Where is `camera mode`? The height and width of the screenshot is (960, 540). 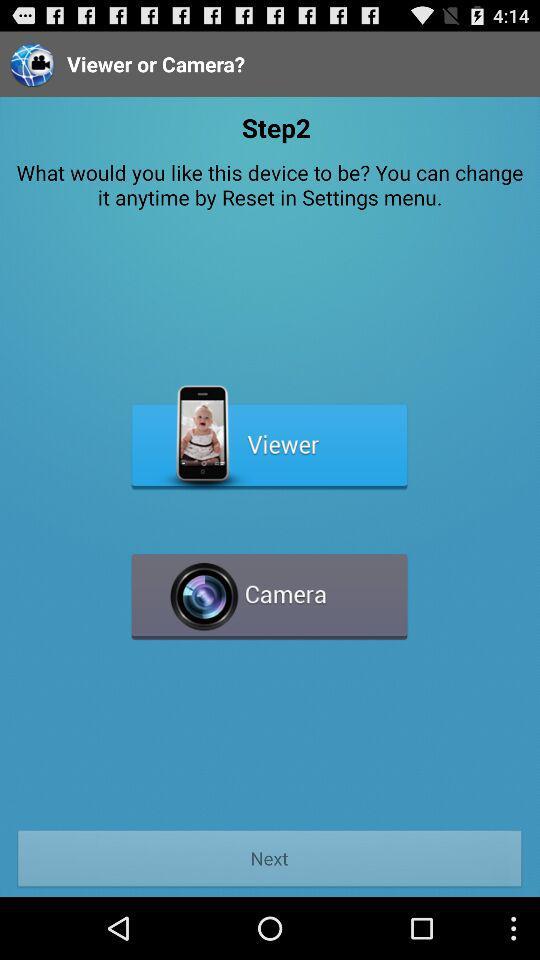 camera mode is located at coordinates (269, 588).